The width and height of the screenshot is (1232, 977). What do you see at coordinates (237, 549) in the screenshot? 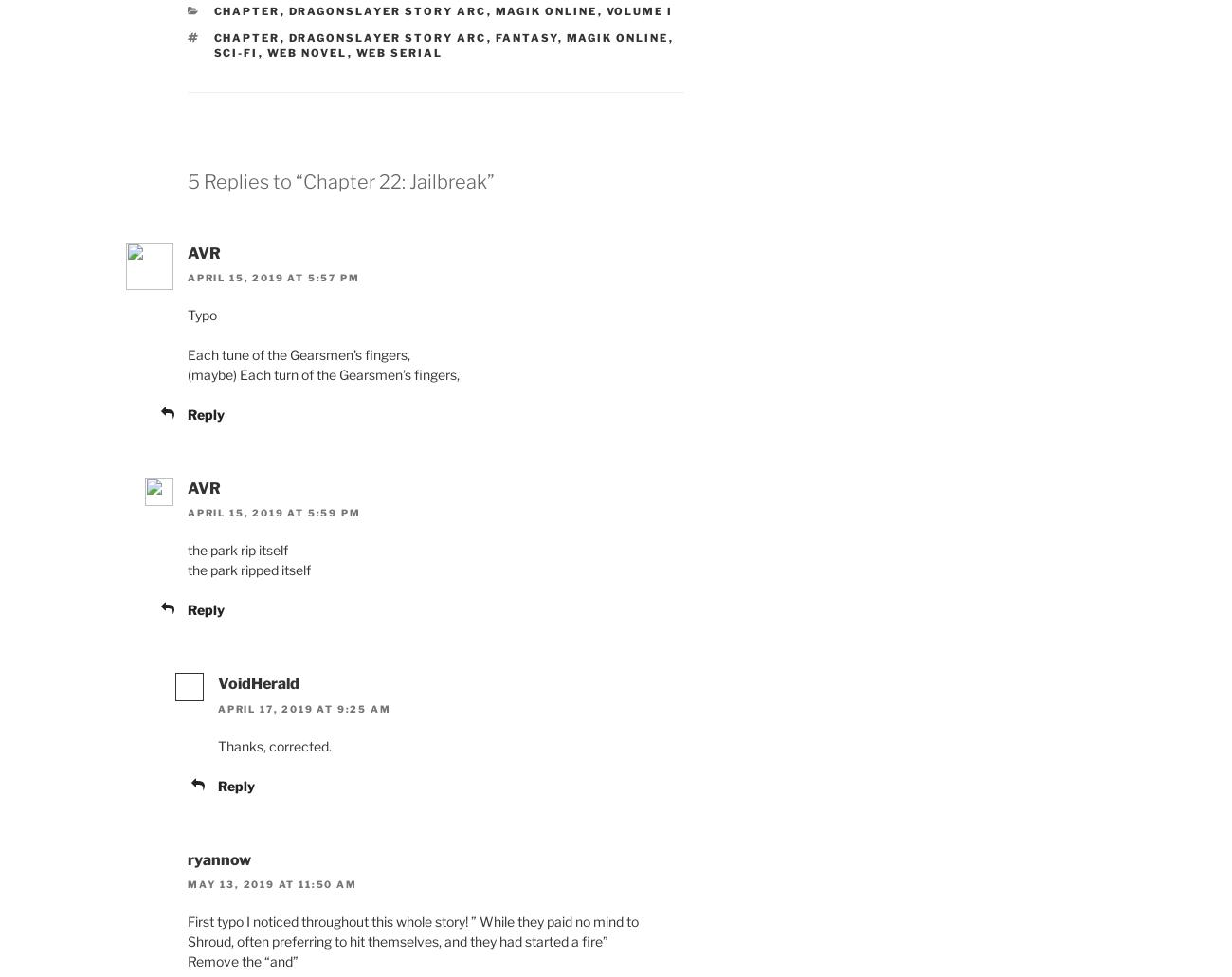
I see `'the park rip itself'` at bounding box center [237, 549].